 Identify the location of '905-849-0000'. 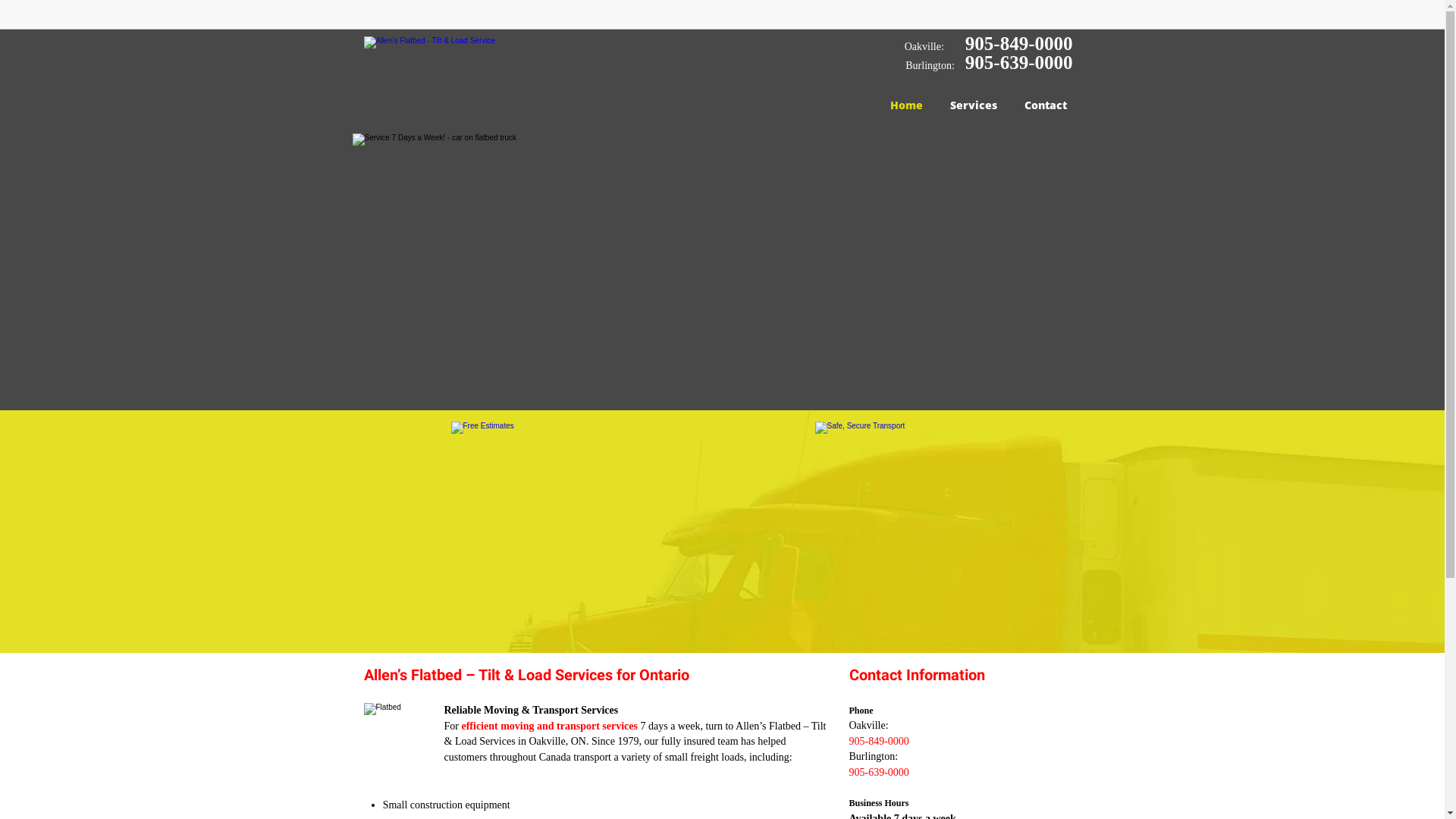
(964, 42).